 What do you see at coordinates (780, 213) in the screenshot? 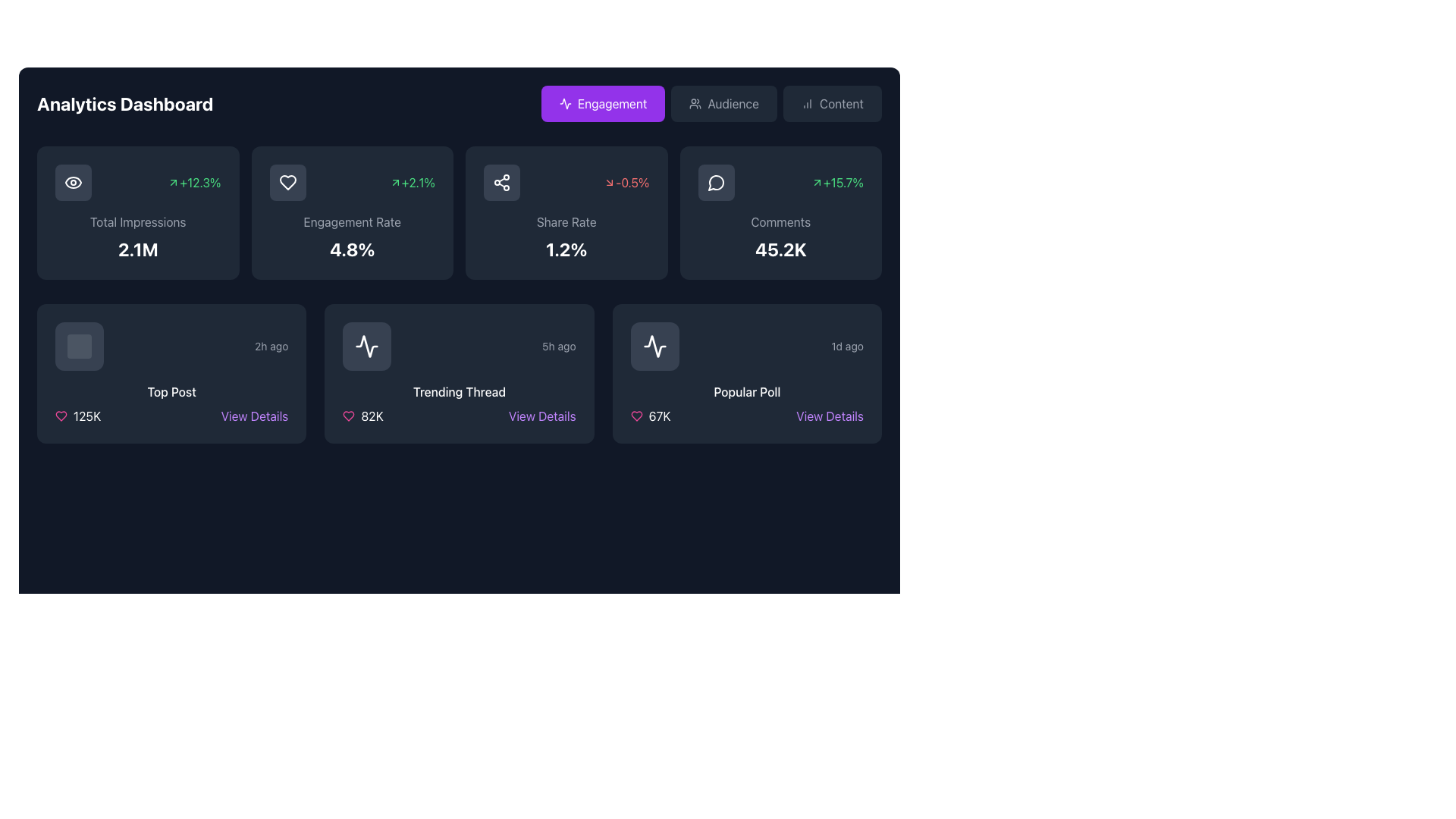
I see `the Interactive data display box located in the fourth column of the grid, which features a speech bubble icon and displays 'Comments' and '45.2K'` at bounding box center [780, 213].